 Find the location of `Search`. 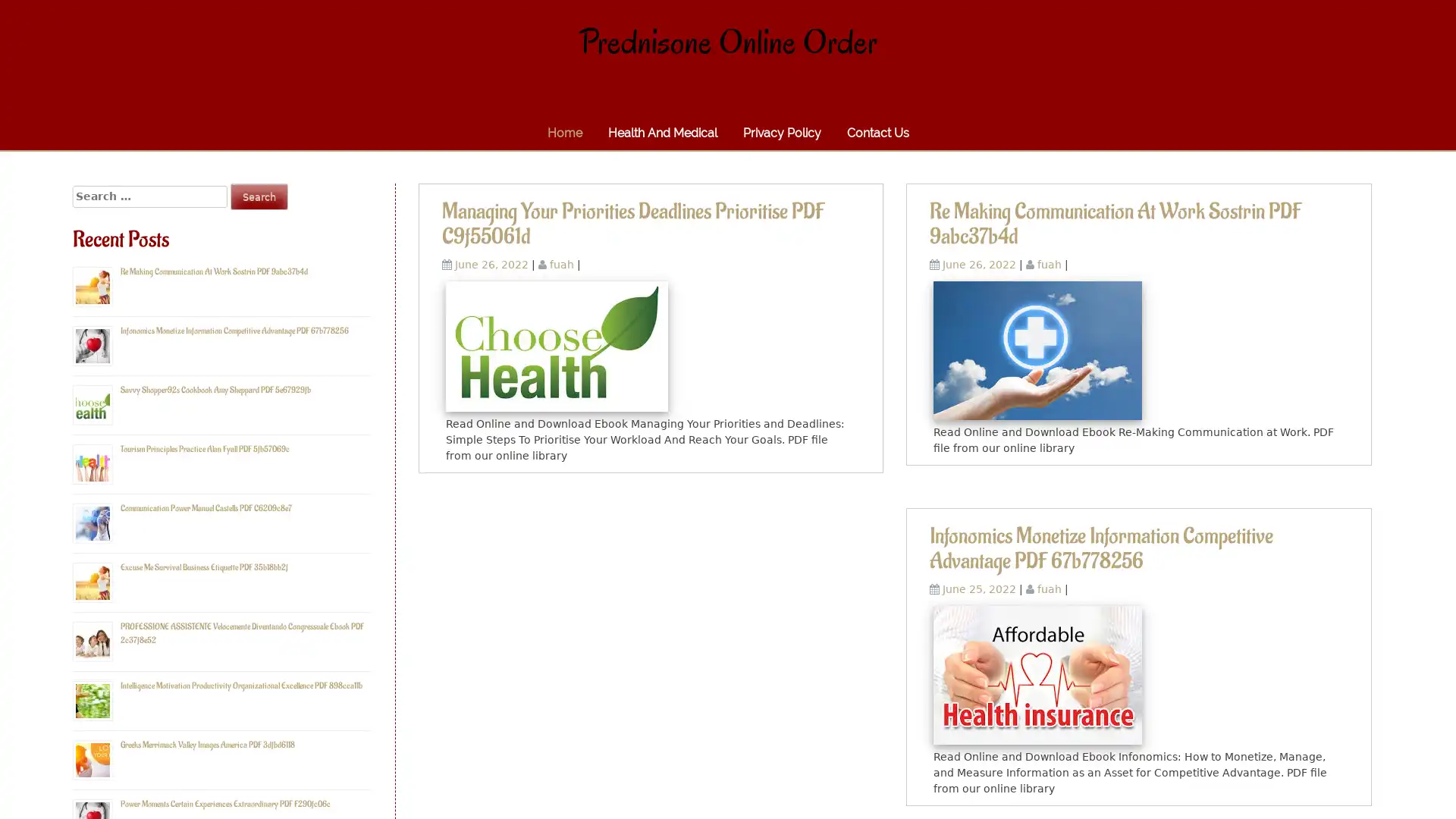

Search is located at coordinates (259, 196).